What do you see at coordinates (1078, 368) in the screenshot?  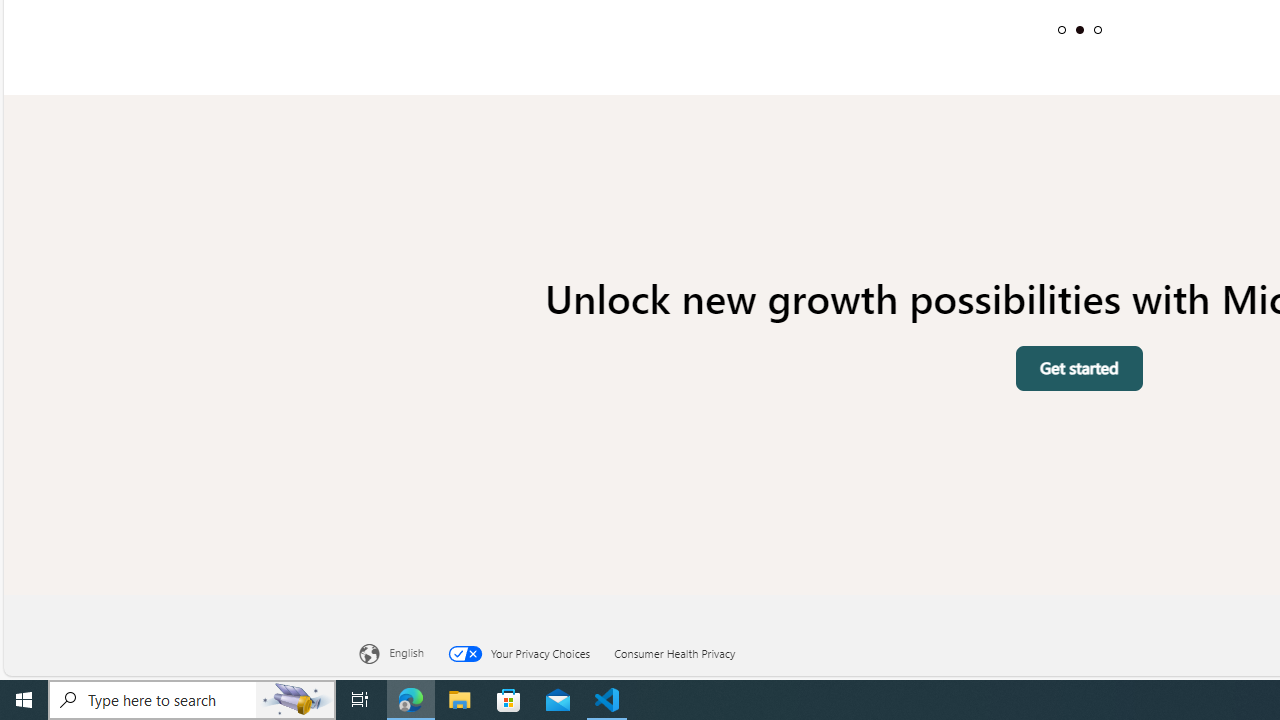 I see `'Get started'` at bounding box center [1078, 368].